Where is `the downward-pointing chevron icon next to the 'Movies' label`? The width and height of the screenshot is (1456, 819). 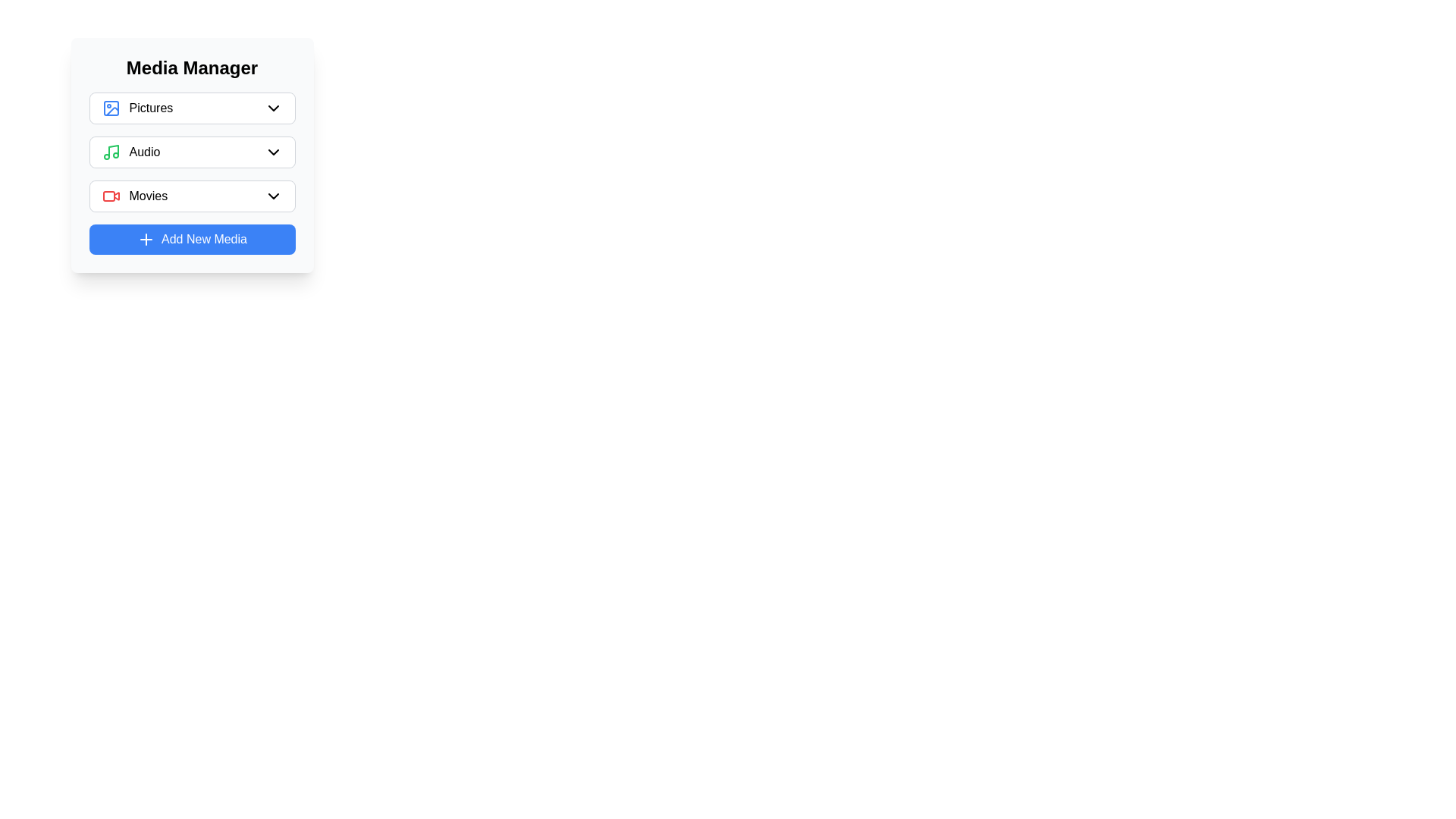
the downward-pointing chevron icon next to the 'Movies' label is located at coordinates (273, 195).